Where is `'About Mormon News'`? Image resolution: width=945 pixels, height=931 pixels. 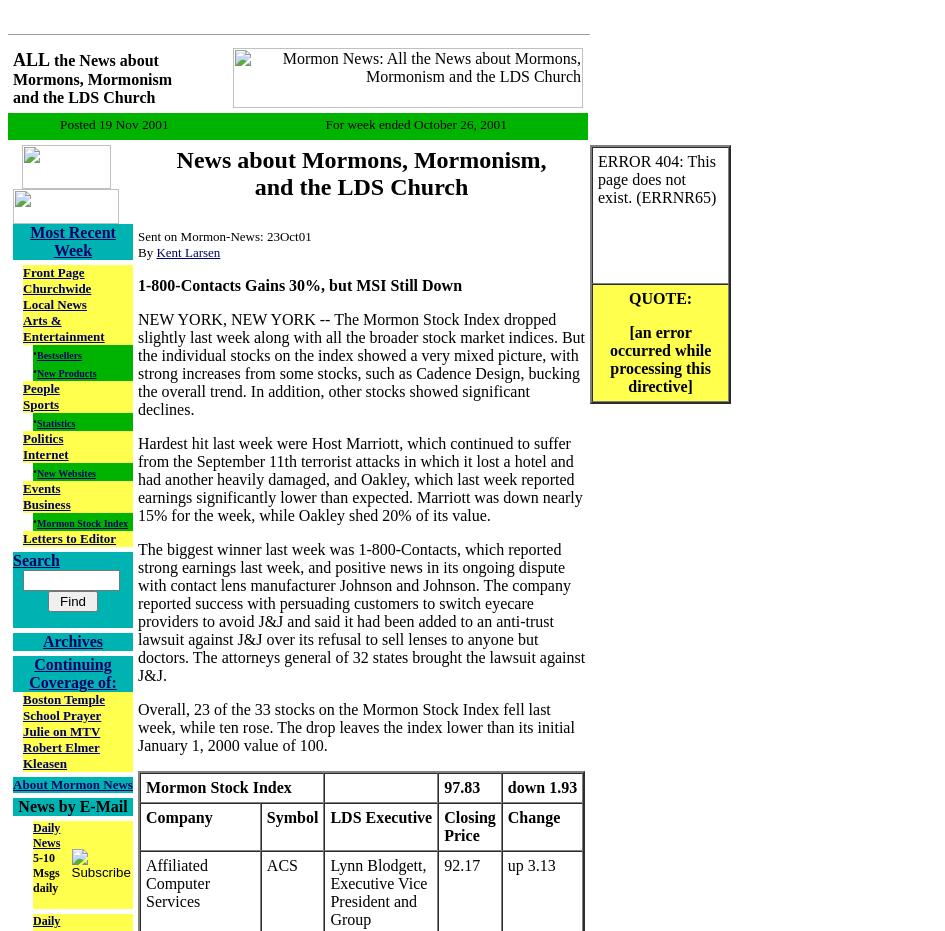 'About Mormon News' is located at coordinates (71, 783).